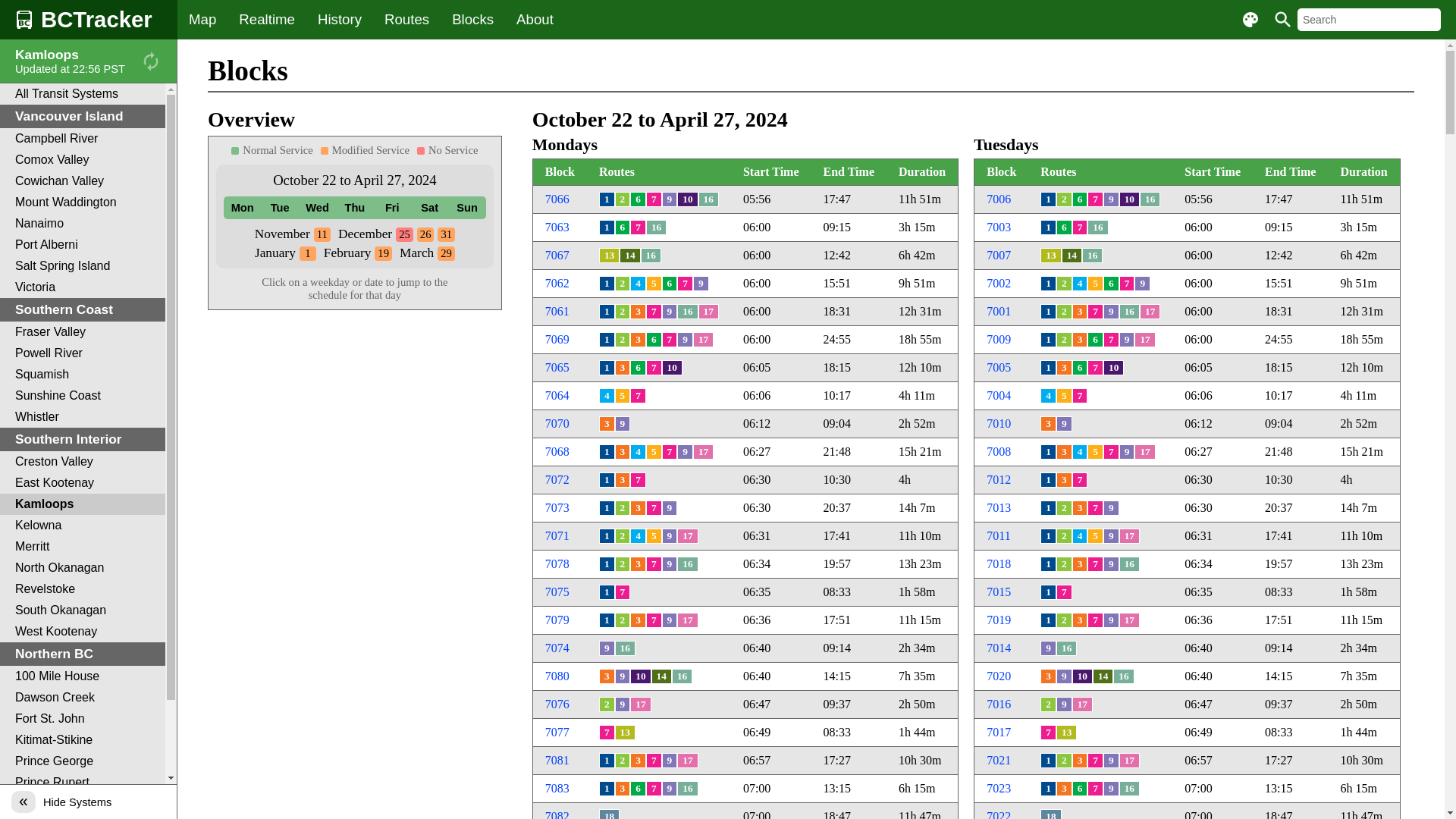  Describe the element at coordinates (607, 424) in the screenshot. I see `'3'` at that location.